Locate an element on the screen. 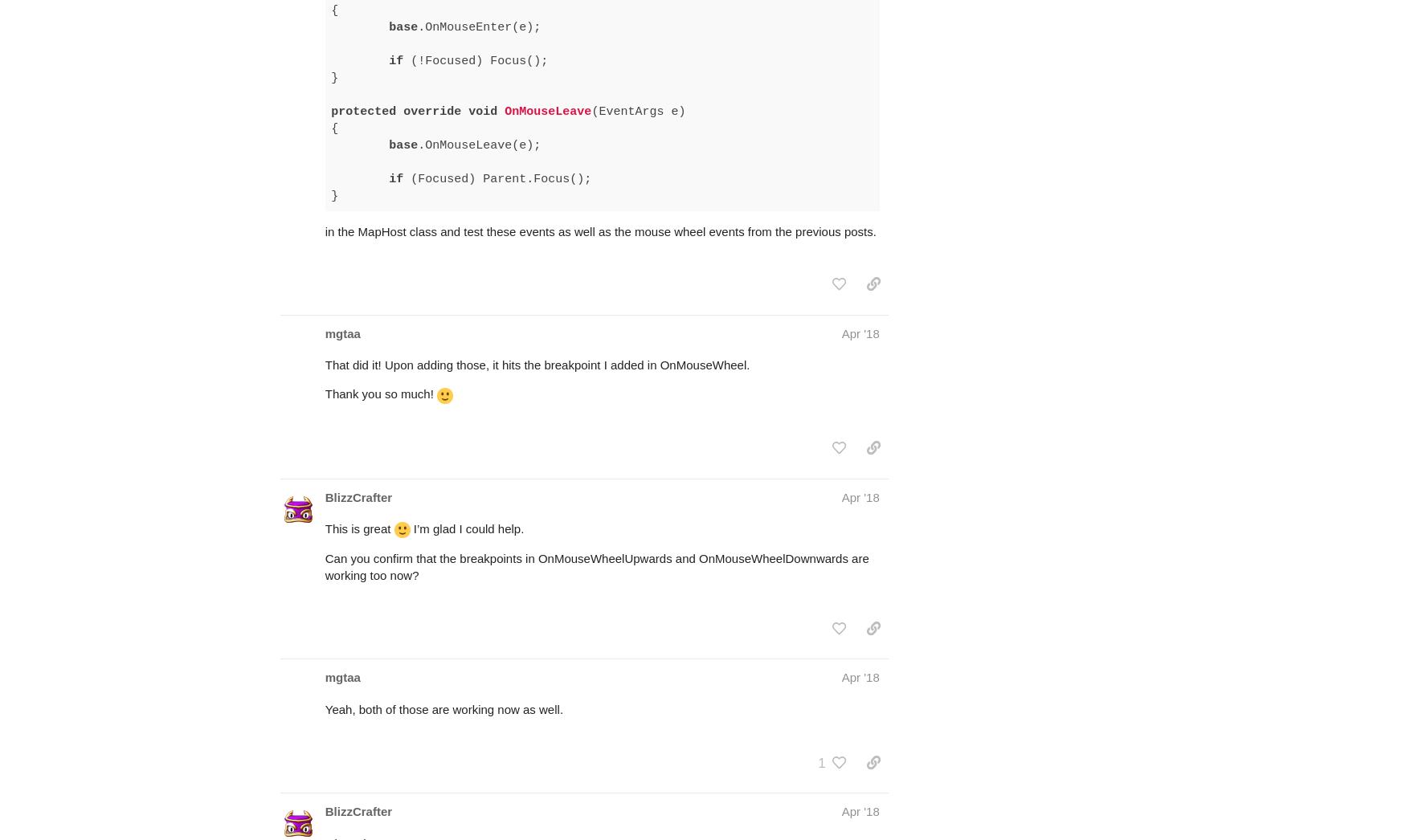 Image resolution: width=1406 pixels, height=840 pixels. 'I’m glad I could help.' is located at coordinates (467, 466).